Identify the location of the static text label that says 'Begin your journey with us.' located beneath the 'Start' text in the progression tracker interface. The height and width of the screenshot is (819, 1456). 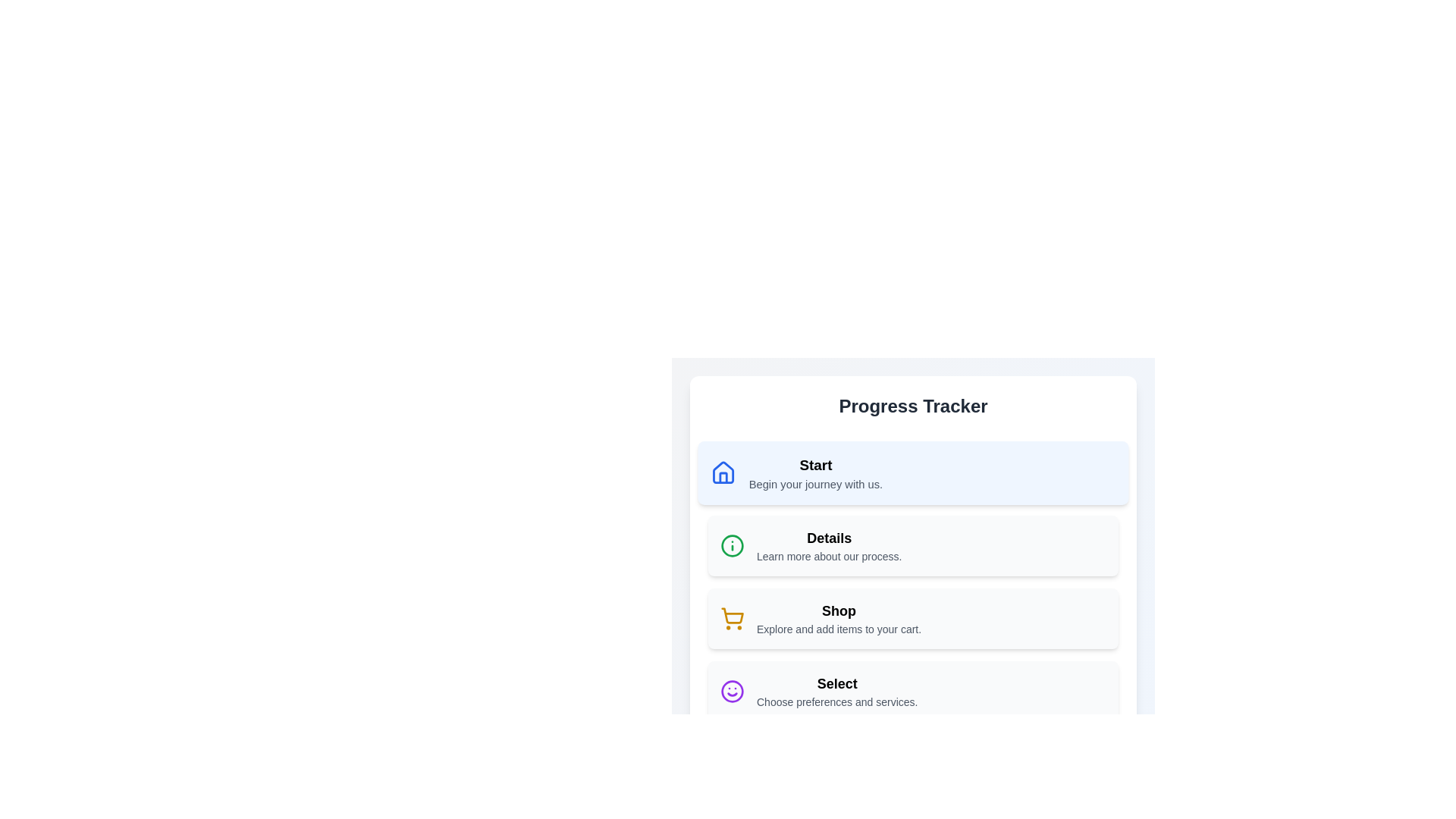
(814, 484).